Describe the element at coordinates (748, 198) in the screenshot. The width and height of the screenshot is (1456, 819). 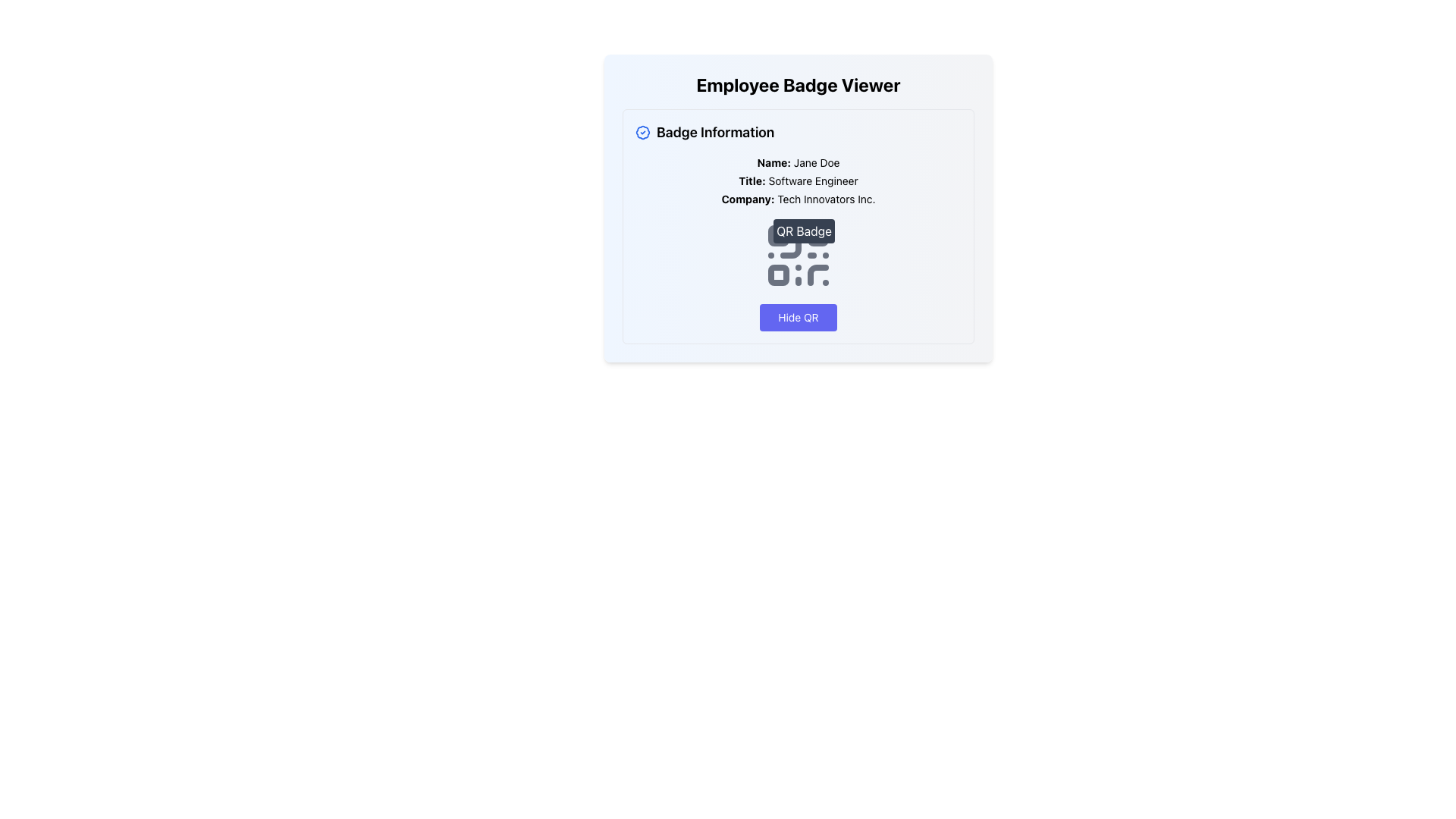
I see `the static text label that reads 'Company:' in bold black font located in the 'Badge Information' section of the Employee Badge Viewer interface` at that location.